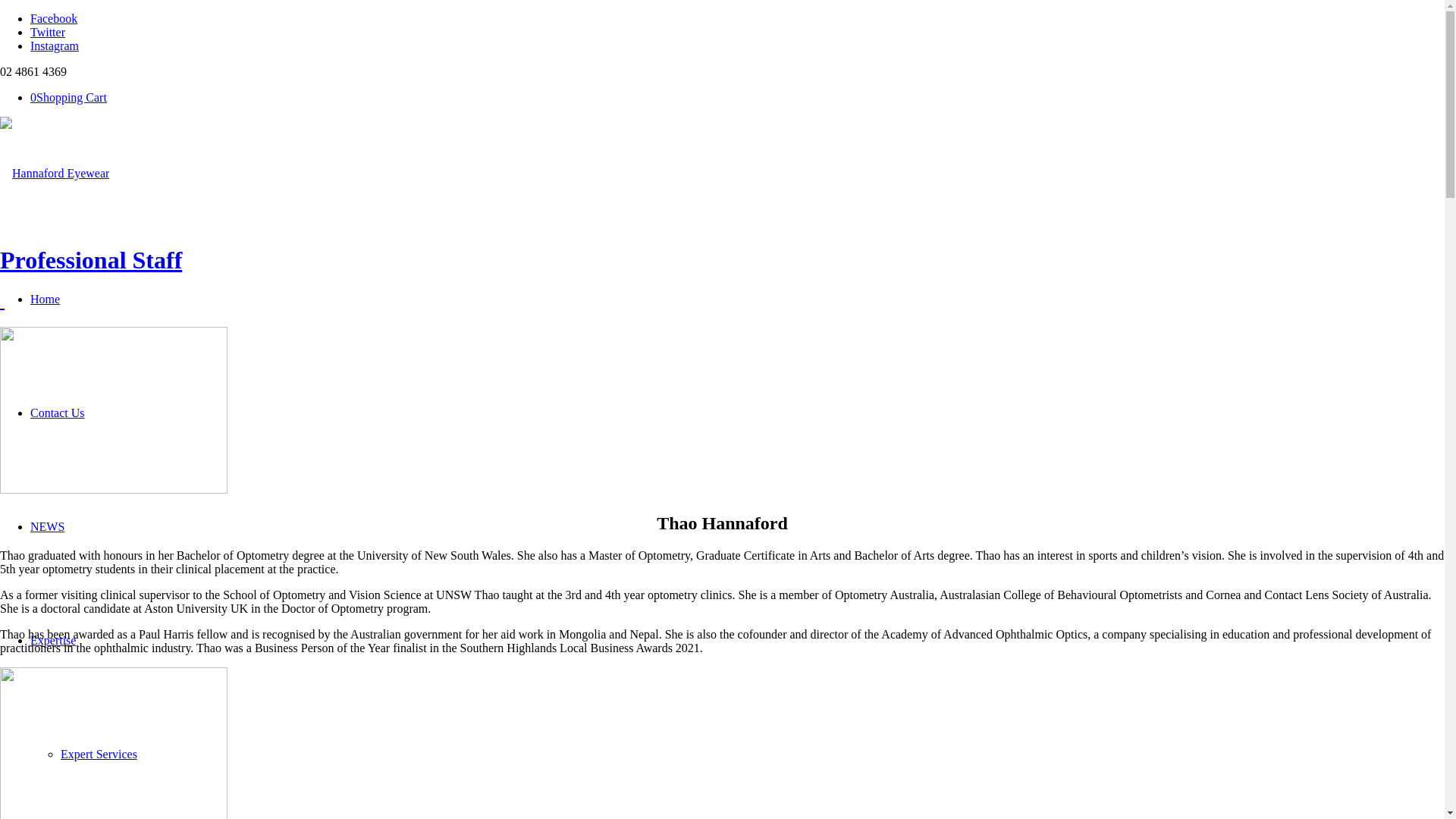 This screenshot has height=819, width=1456. Describe the element at coordinates (54, 18) in the screenshot. I see `'Facebook'` at that location.